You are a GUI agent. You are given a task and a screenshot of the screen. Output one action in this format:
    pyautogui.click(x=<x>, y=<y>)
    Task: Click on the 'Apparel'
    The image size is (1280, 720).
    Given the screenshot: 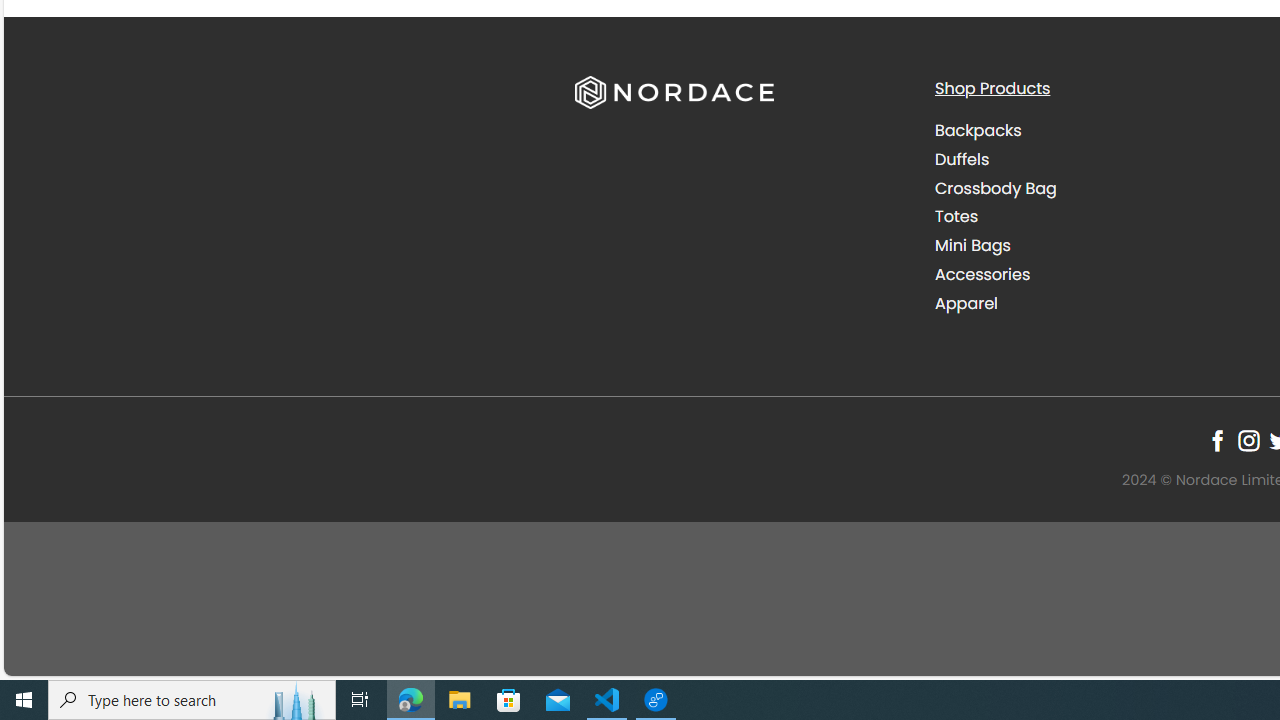 What is the action you would take?
    pyautogui.click(x=966, y=303)
    